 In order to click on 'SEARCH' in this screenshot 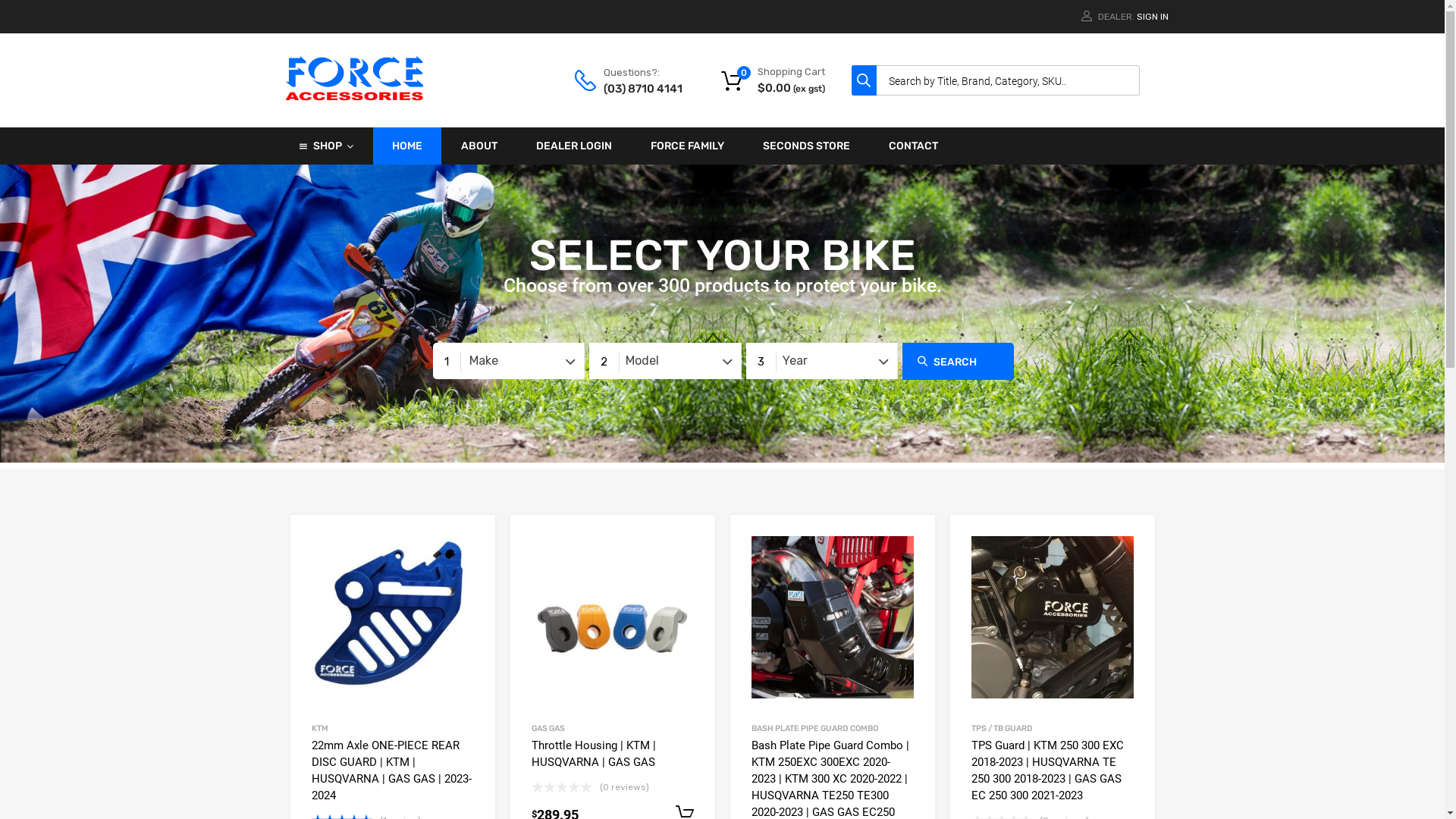, I will do `click(957, 361)`.